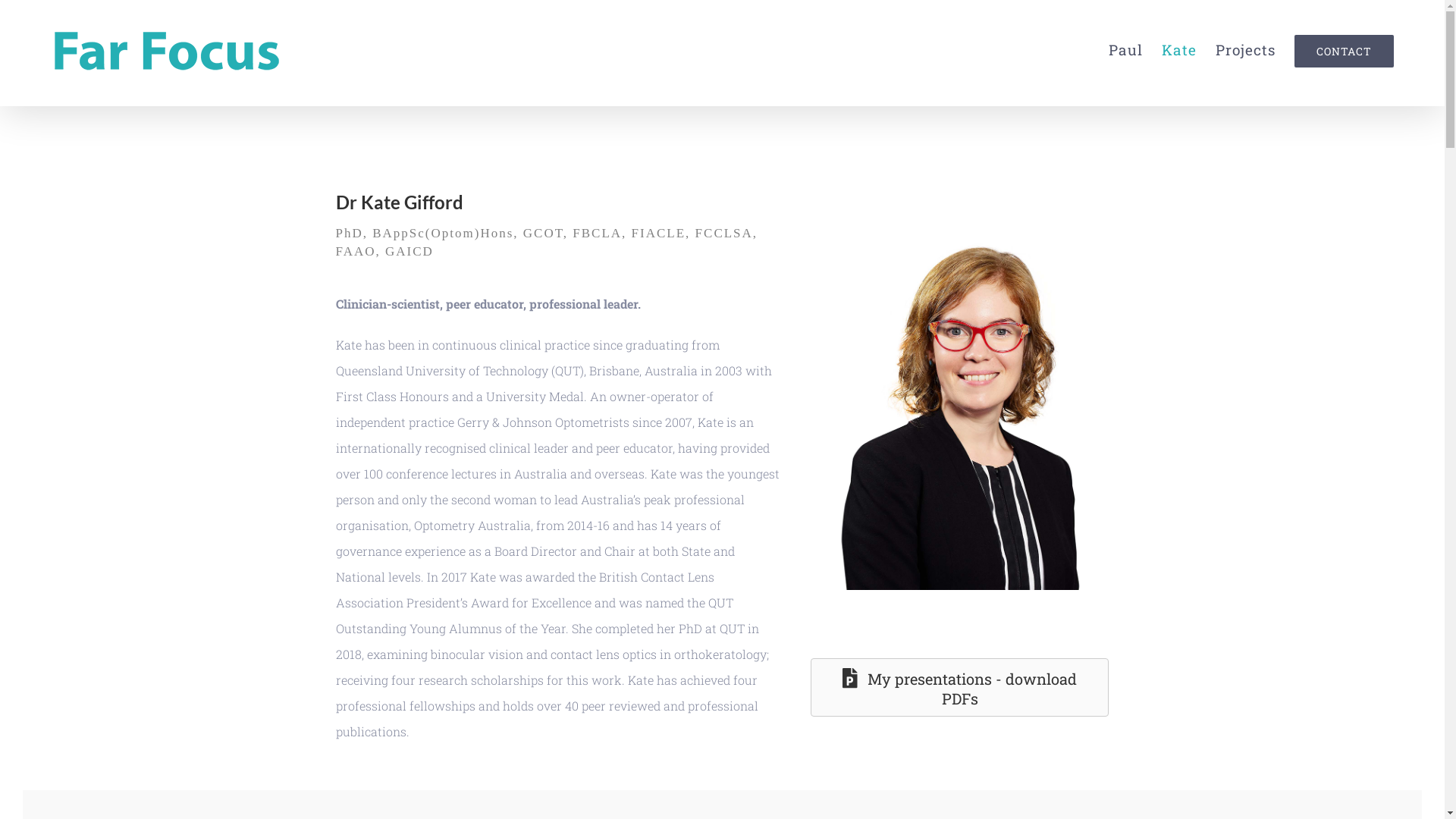 This screenshot has width=1456, height=819. I want to click on 'CONTACT', so click(1344, 49).